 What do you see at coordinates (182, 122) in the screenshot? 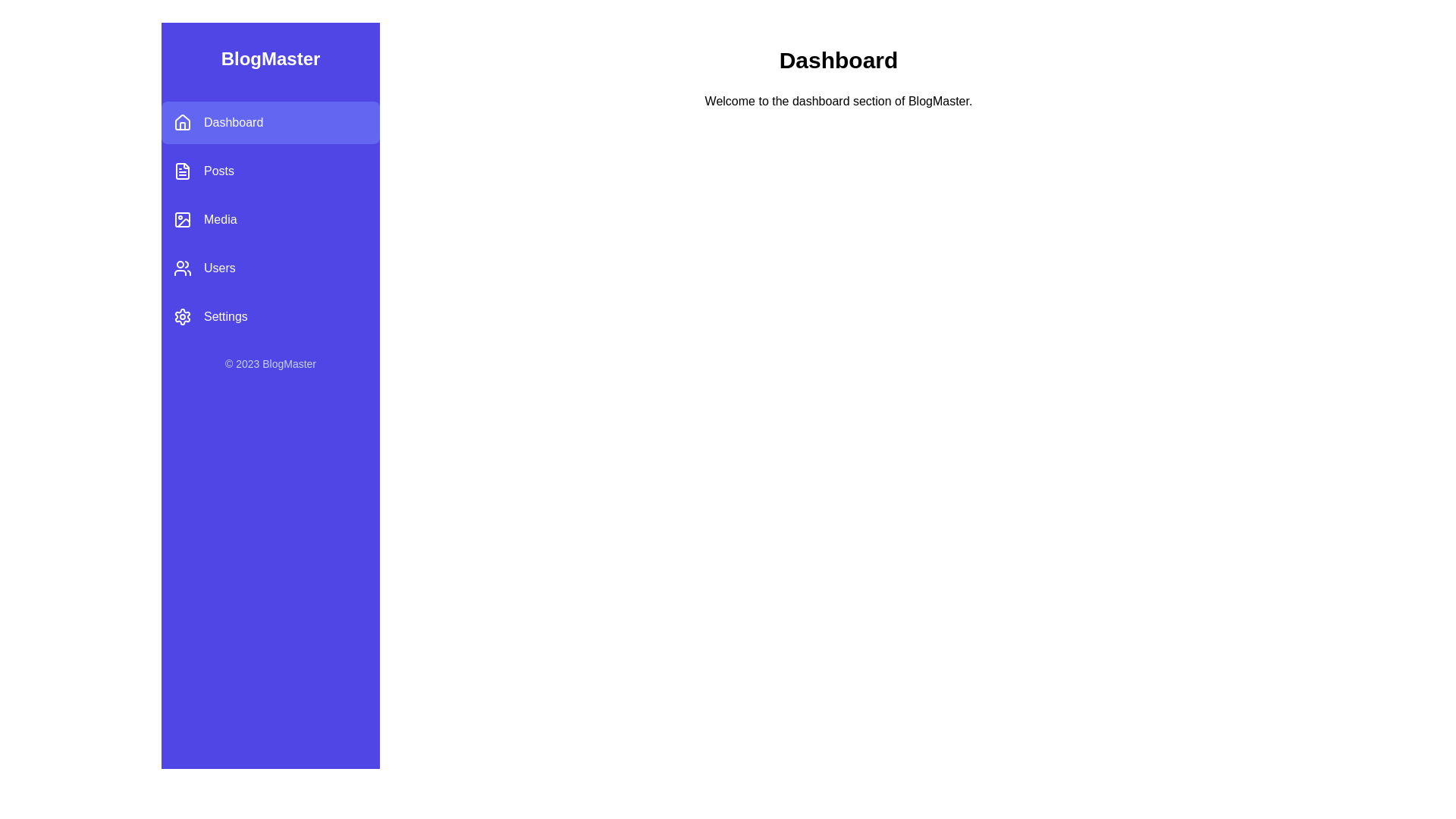
I see `the 'Dashboard' icon, which is a white house-shaped icon located at the top of the vertical navigation menu in the purple-themed sidebar` at bounding box center [182, 122].